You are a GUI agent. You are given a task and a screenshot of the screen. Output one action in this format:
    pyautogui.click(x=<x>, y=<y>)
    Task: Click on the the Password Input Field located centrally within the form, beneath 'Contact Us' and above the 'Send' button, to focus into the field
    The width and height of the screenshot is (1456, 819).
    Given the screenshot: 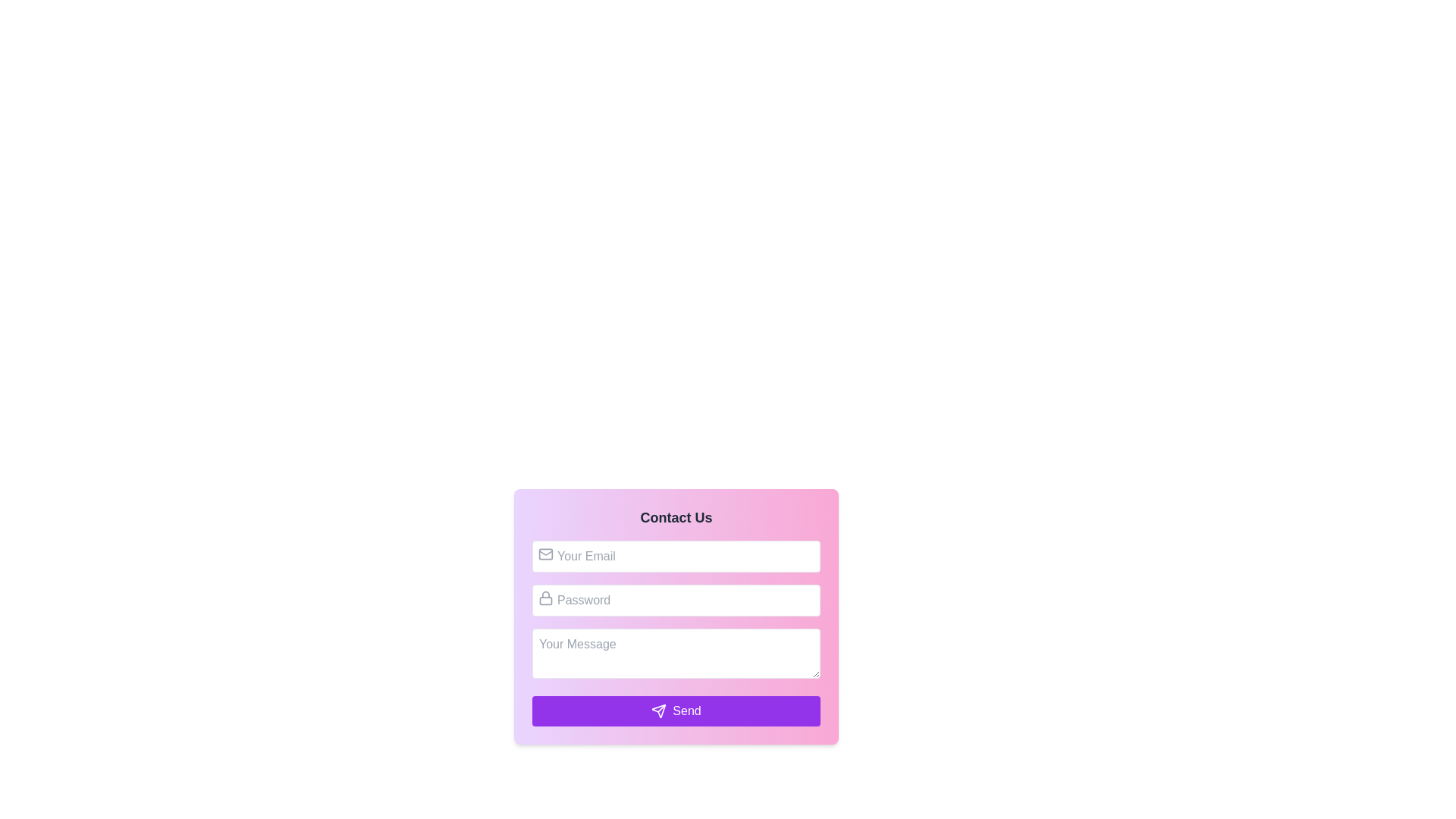 What is the action you would take?
    pyautogui.click(x=676, y=617)
    